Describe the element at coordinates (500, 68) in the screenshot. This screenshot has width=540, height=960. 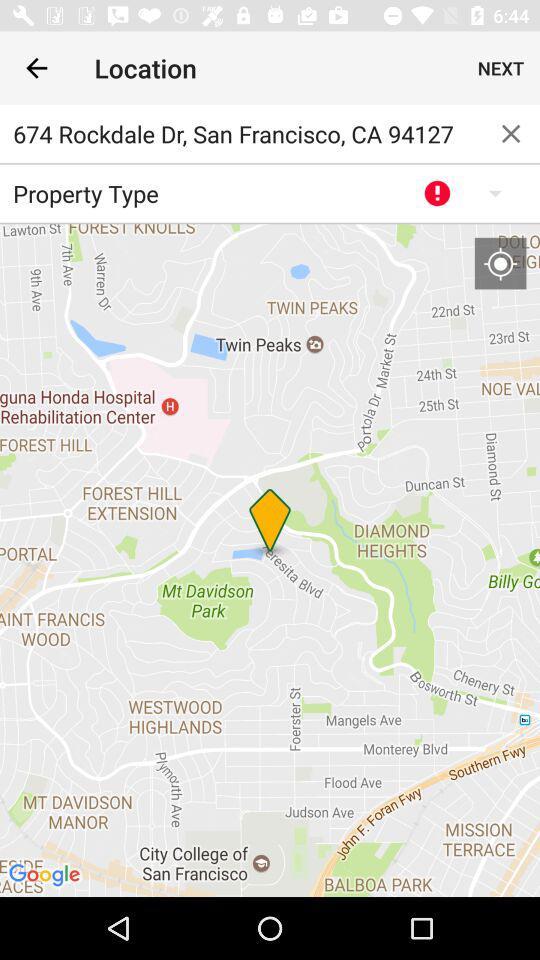
I see `next icon` at that location.